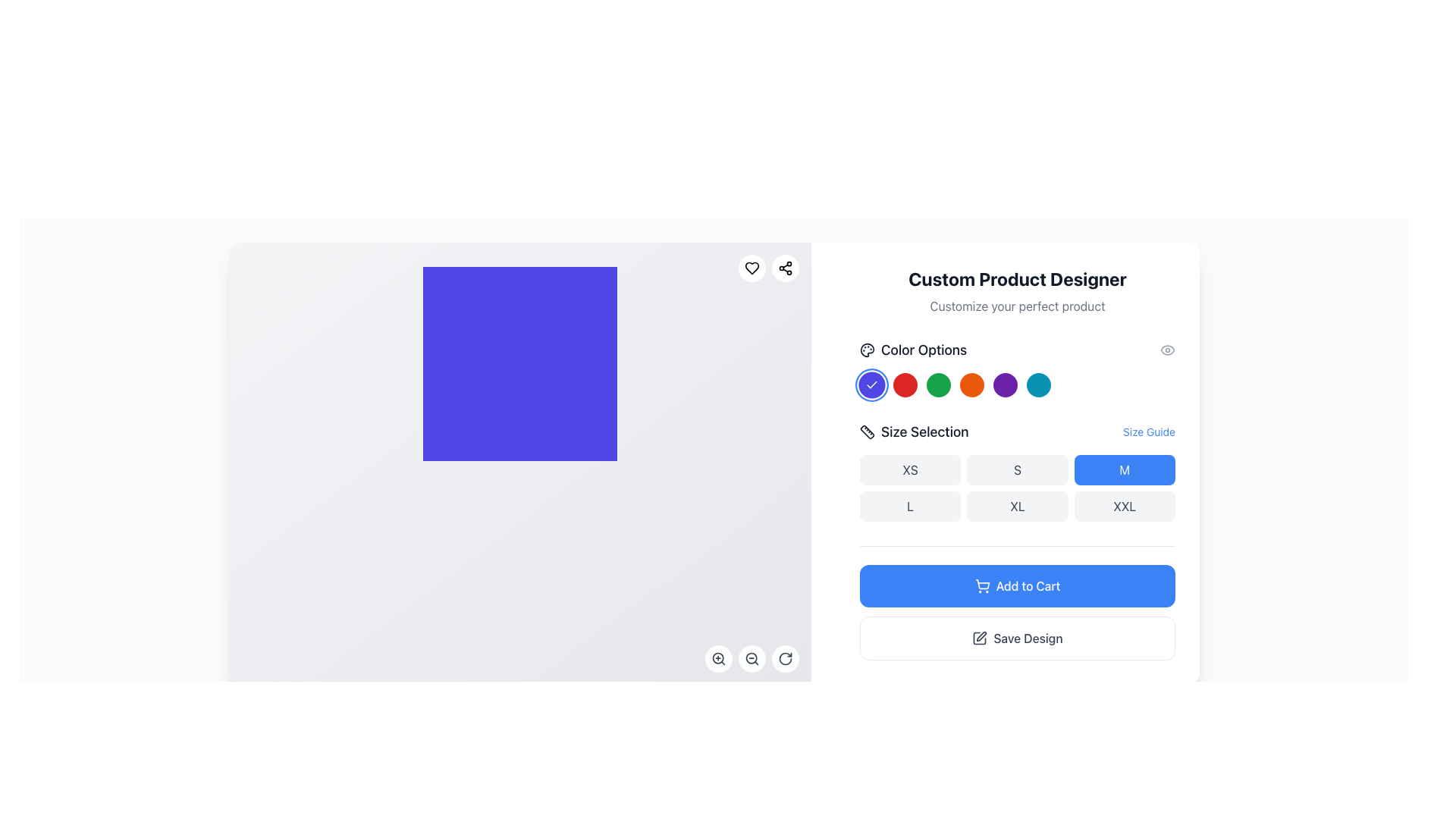 The width and height of the screenshot is (1456, 819). Describe the element at coordinates (1018, 278) in the screenshot. I see `the Header text element that indicates the main feature of designing custom products, positioned at the top of the right-hand pane above the text 'Customize your perfect product'` at that location.